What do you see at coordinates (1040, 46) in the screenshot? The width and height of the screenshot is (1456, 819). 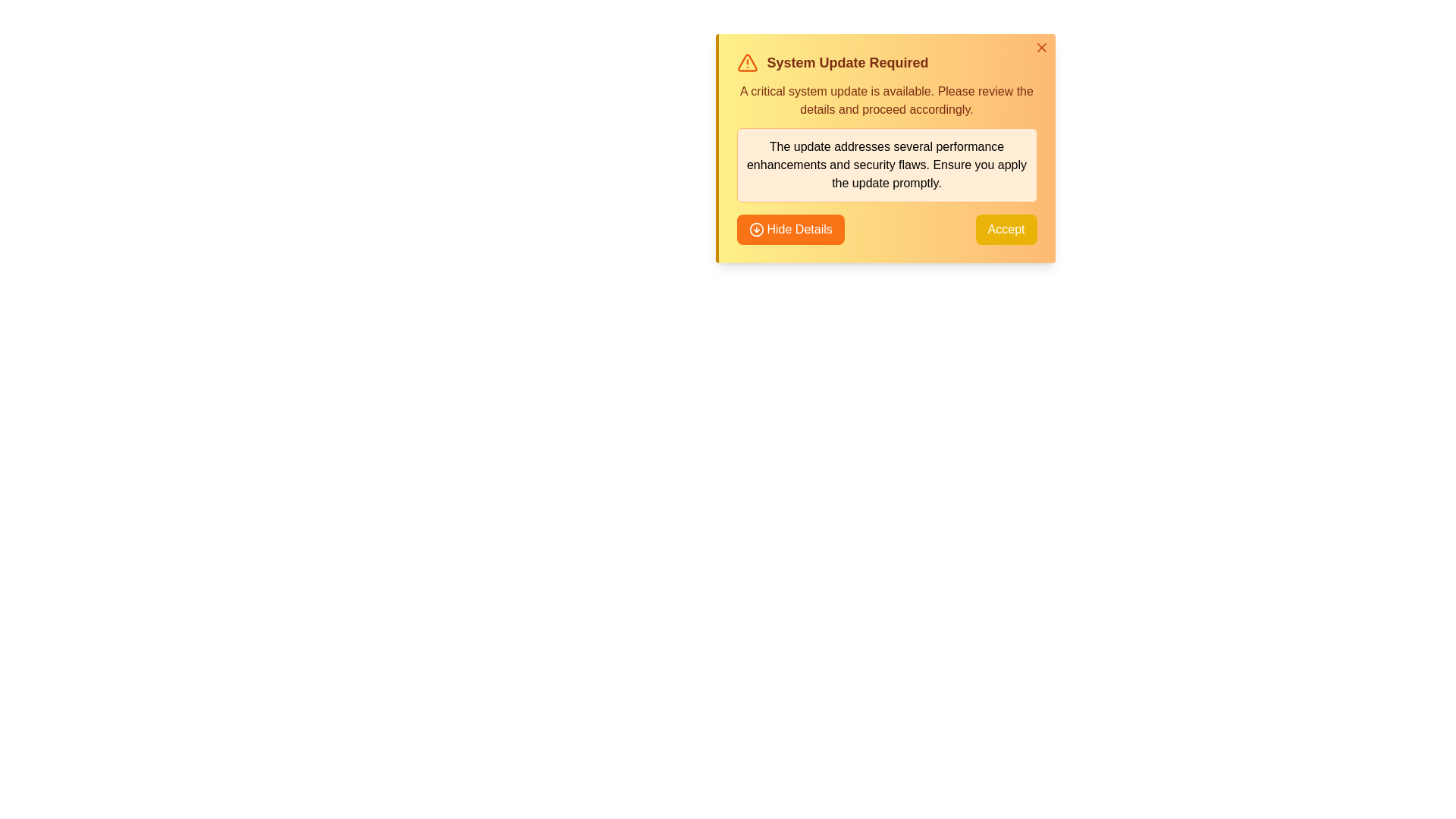 I see `the close button to dismiss the notification` at bounding box center [1040, 46].